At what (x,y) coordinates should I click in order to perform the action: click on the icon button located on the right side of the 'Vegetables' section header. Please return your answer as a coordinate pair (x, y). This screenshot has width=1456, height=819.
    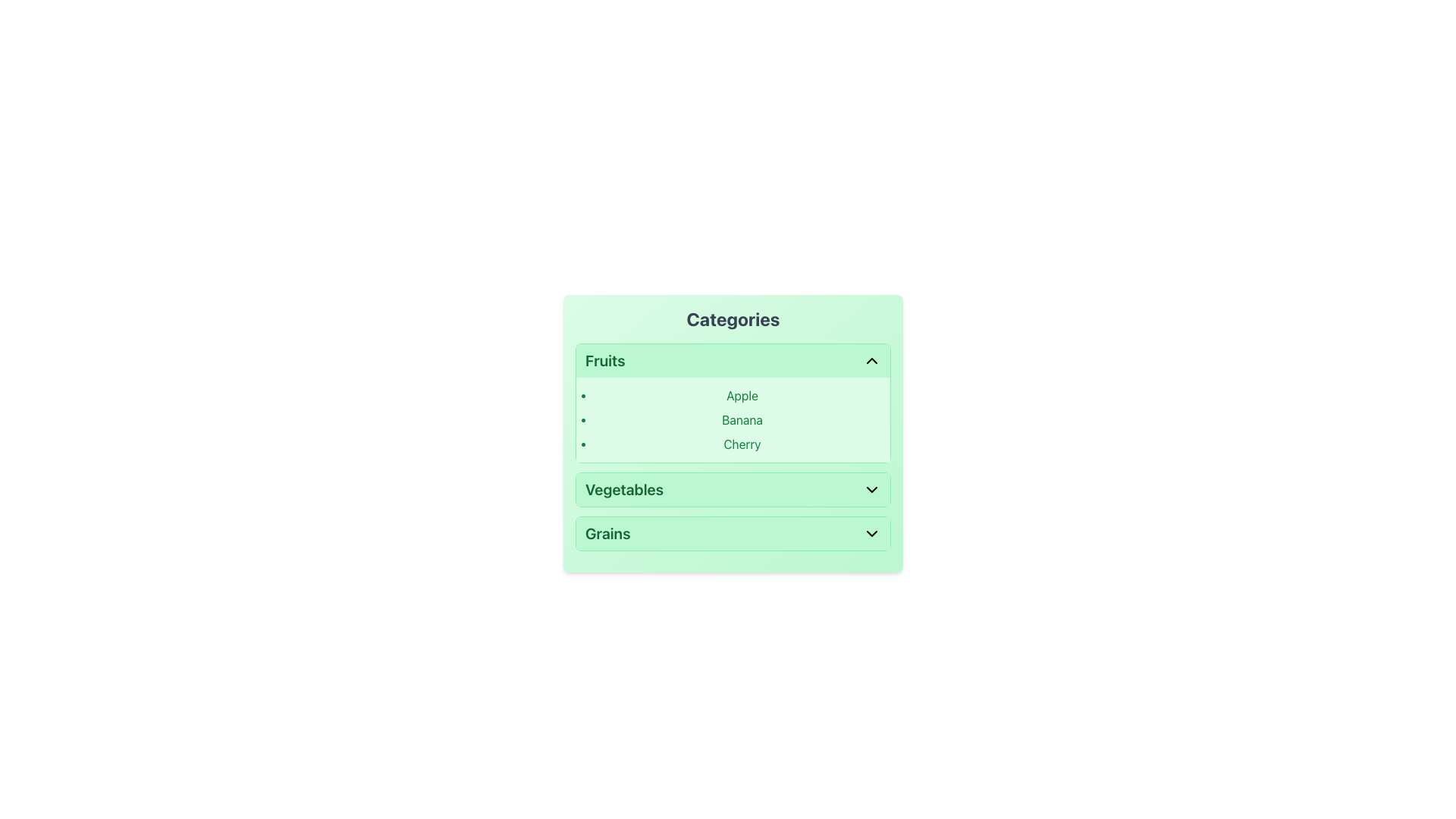
    Looking at the image, I should click on (872, 489).